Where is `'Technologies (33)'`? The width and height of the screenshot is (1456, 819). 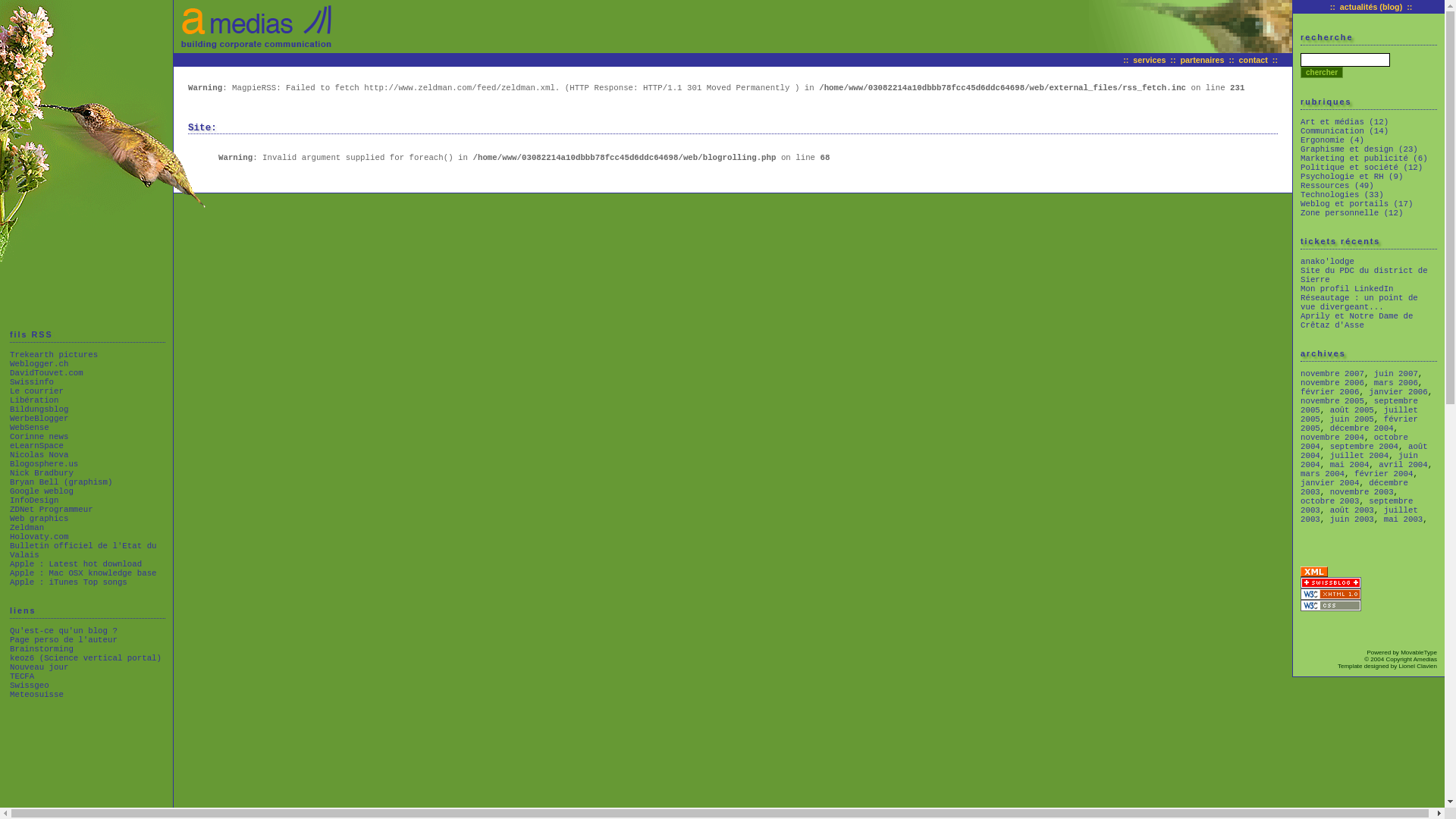 'Technologies (33)' is located at coordinates (1342, 194).